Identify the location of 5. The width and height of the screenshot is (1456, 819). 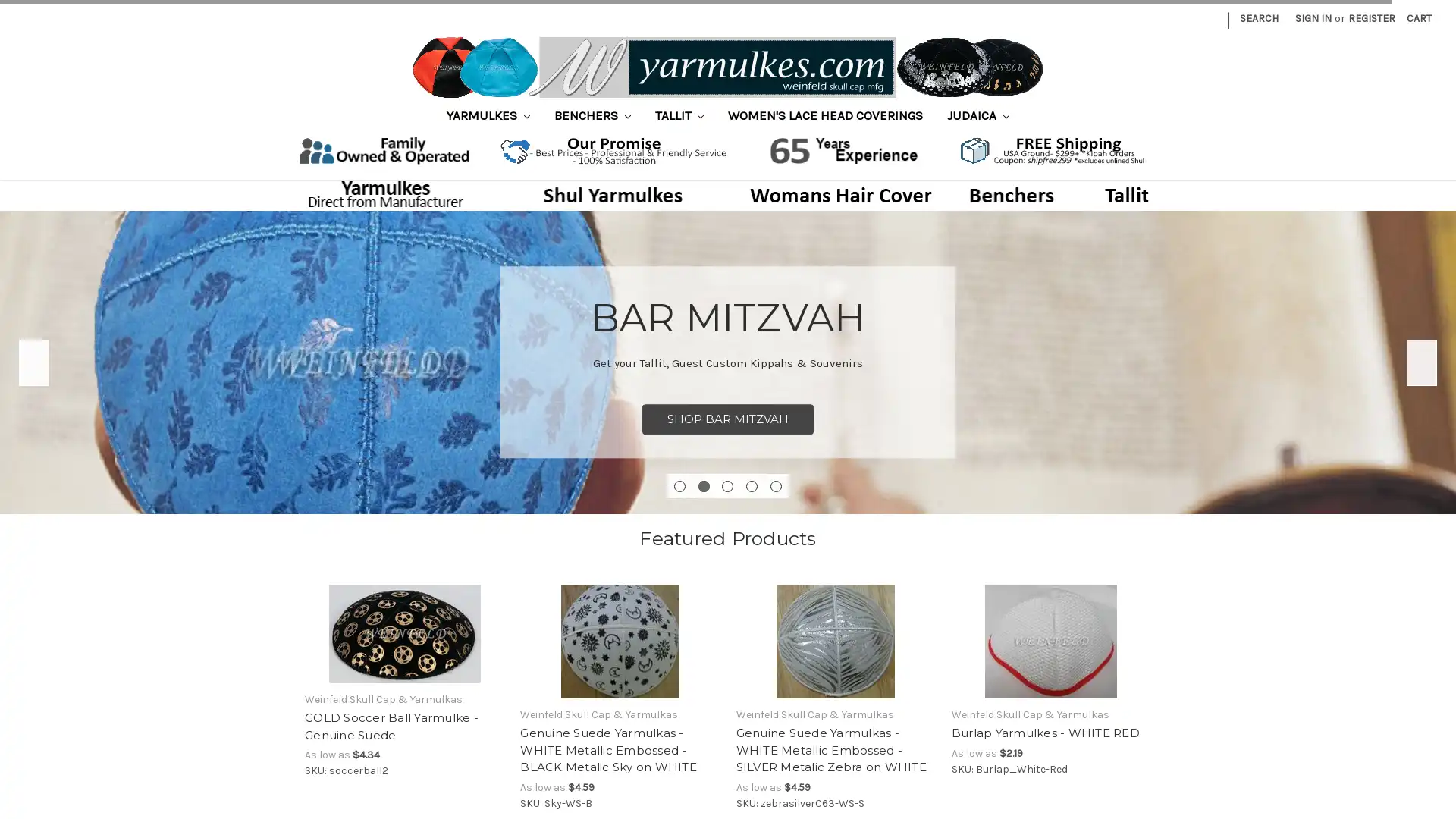
(776, 485).